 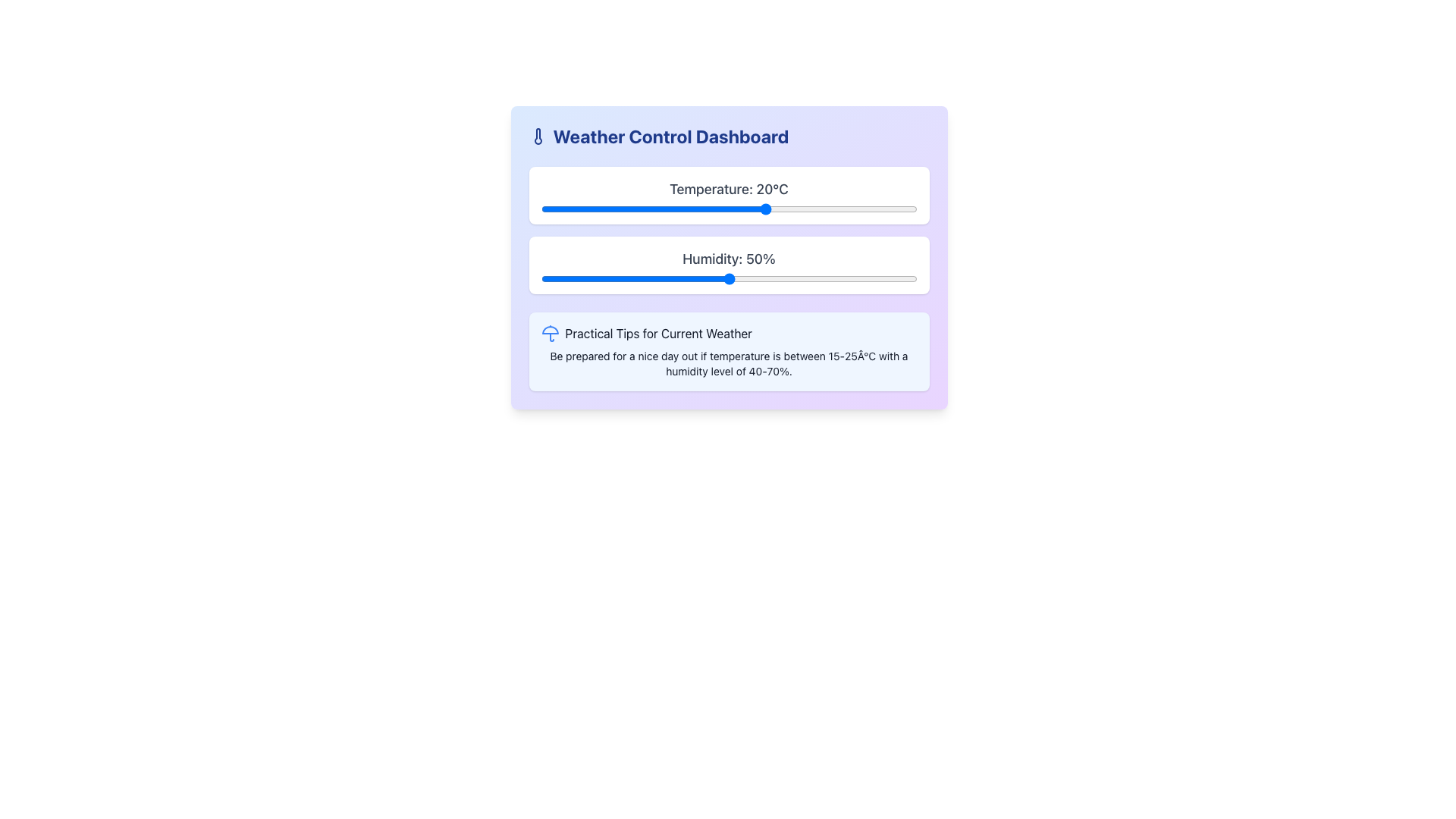 What do you see at coordinates (890, 278) in the screenshot?
I see `the humidity level` at bounding box center [890, 278].